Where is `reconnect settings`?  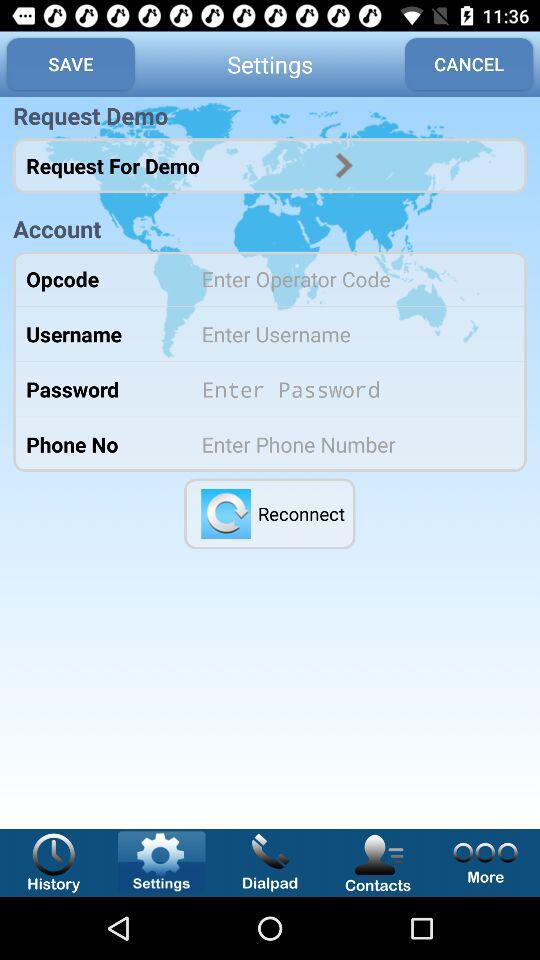 reconnect settings is located at coordinates (225, 512).